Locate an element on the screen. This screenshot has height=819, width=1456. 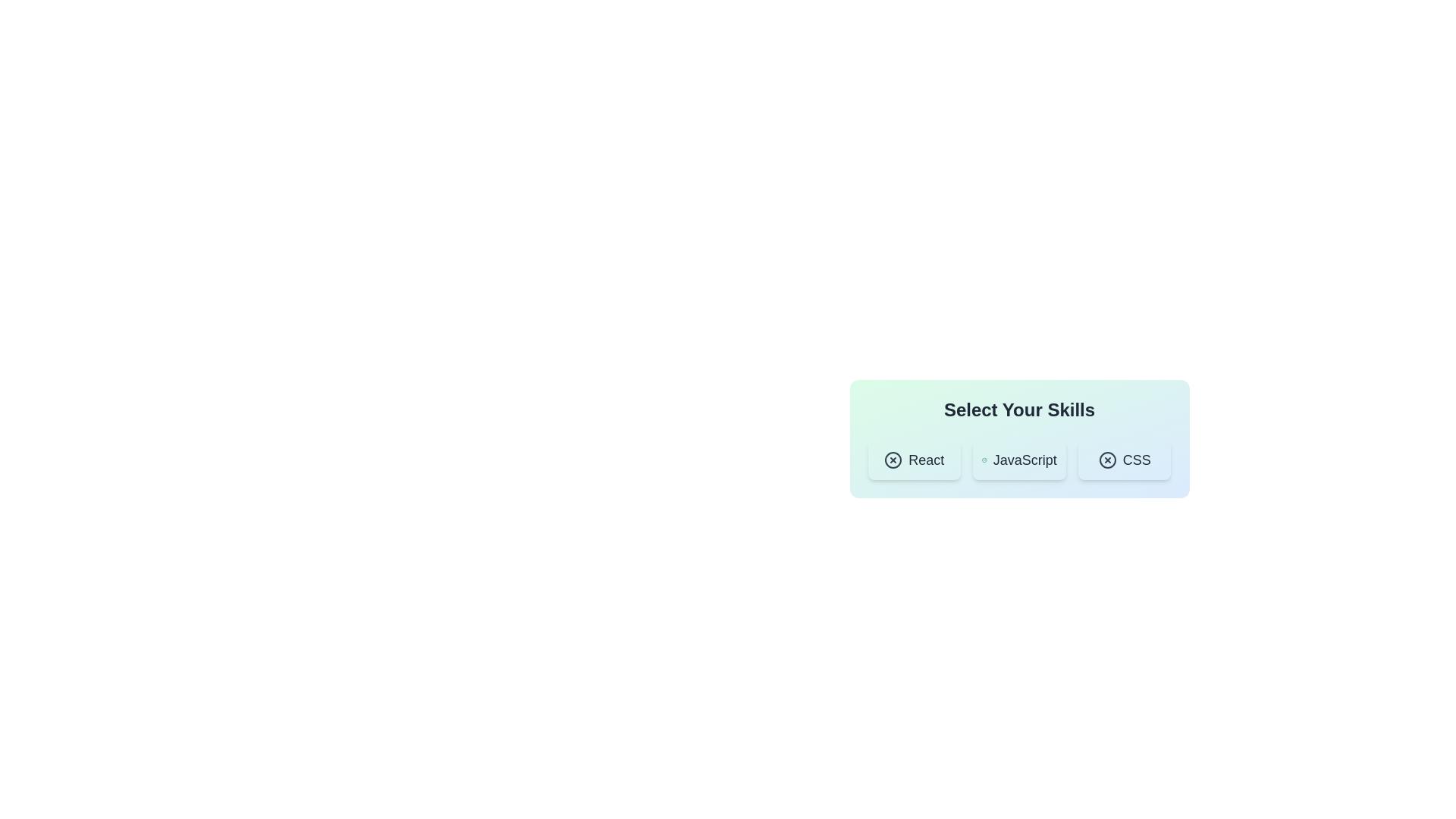
the chip labeled CSS to view its hover effect is located at coordinates (1125, 459).